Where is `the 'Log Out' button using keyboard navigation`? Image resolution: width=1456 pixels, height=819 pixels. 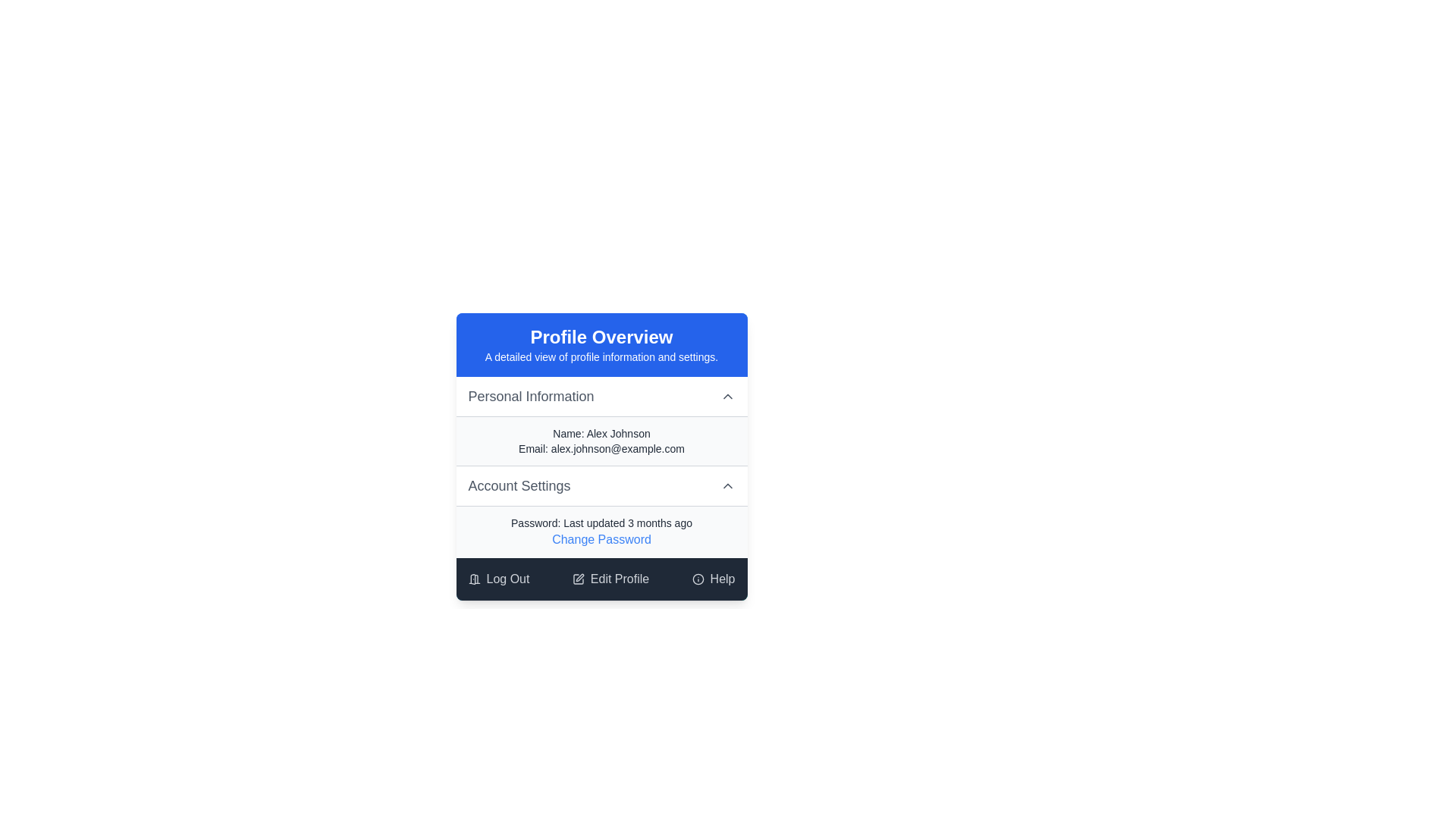
the 'Log Out' button using keyboard navigation is located at coordinates (498, 579).